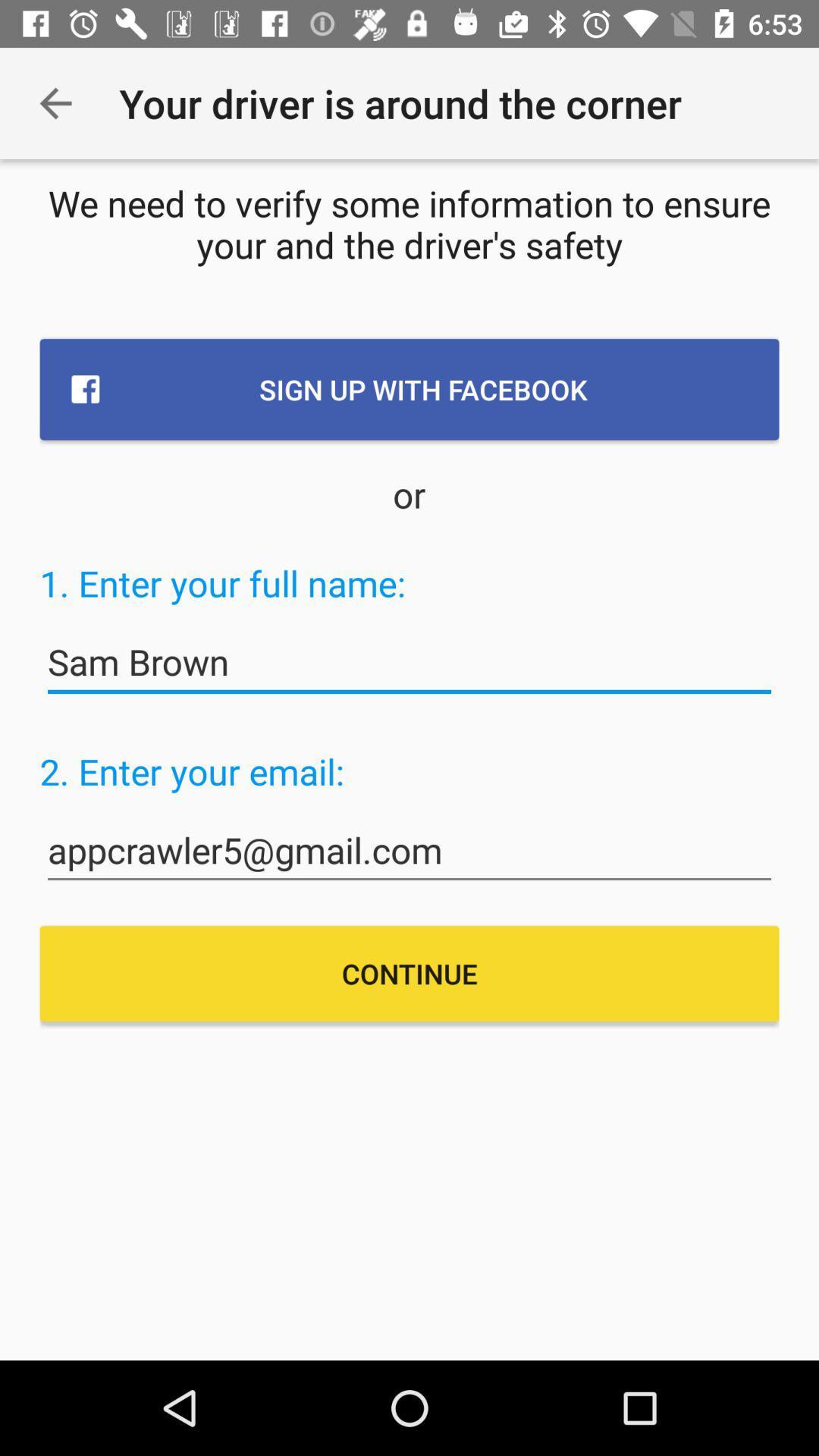 The image size is (819, 1456). Describe the element at coordinates (409, 662) in the screenshot. I see `the icon above the 2 enter your item` at that location.